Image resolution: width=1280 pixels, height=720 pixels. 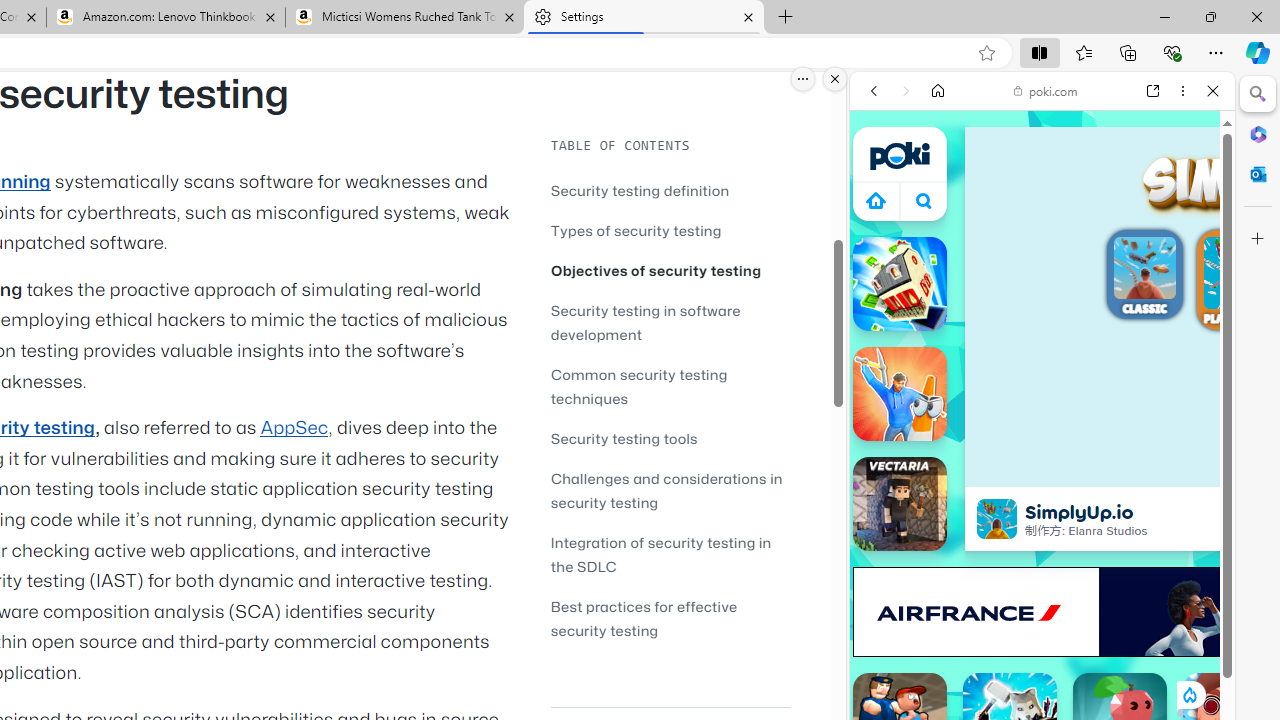 I want to click on 'Objectives of security testing', so click(x=656, y=270).